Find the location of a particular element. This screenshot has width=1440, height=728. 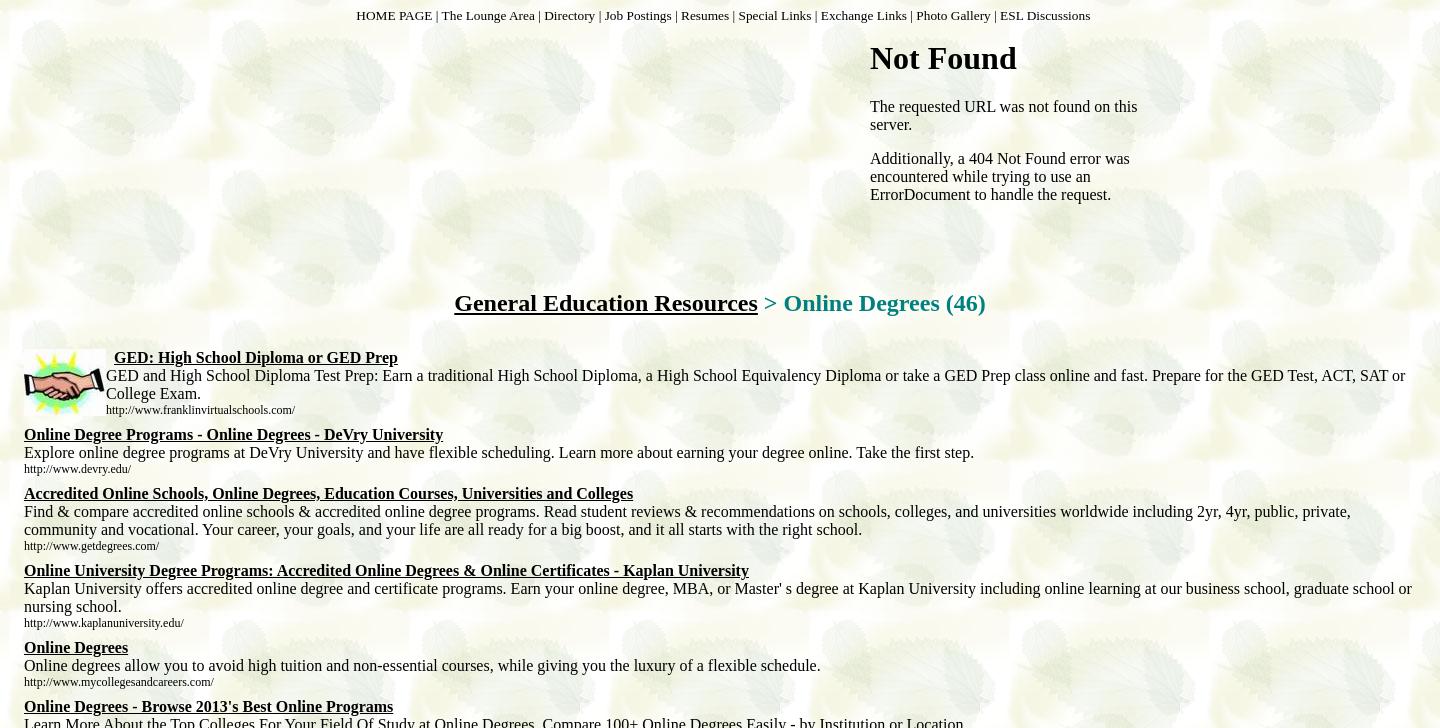

'Online degrees allow you to avoid high tuition and non-essential courses, while giving you the luxury of a flexible schedule.' is located at coordinates (422, 665).